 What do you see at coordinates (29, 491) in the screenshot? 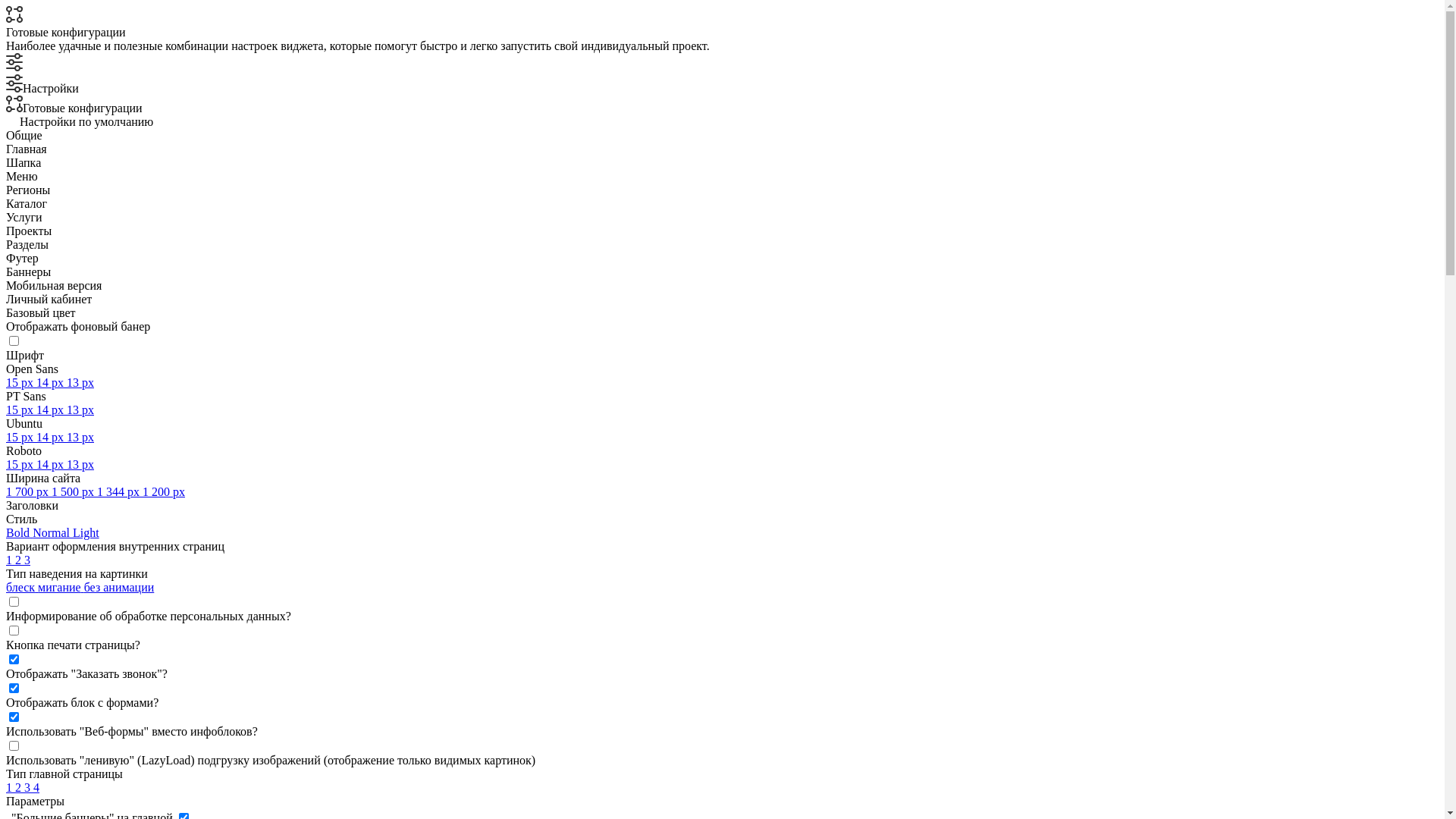
I see `'1 700 px'` at bounding box center [29, 491].